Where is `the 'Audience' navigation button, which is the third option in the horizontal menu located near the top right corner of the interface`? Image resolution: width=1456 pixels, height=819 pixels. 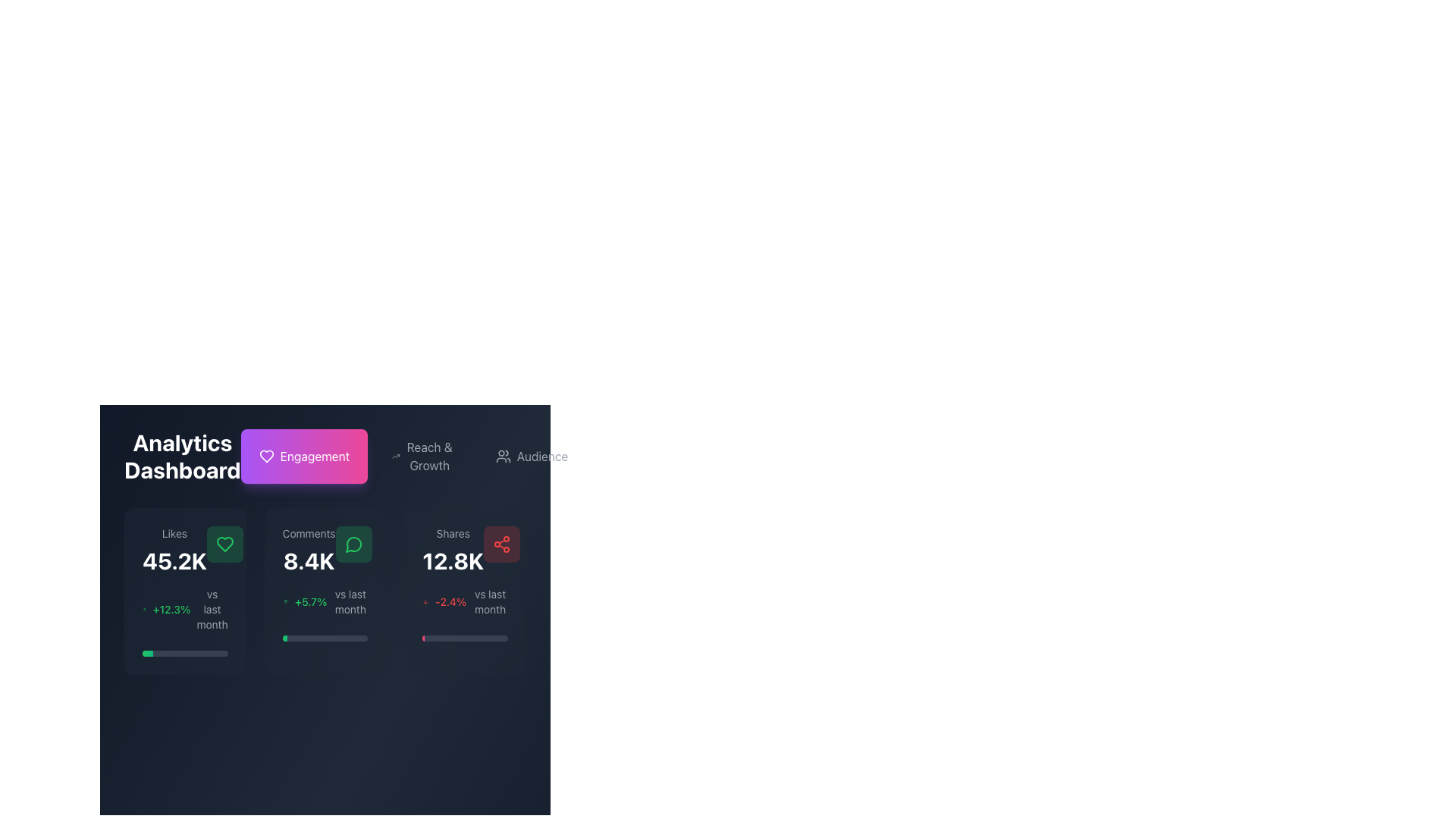 the 'Audience' navigation button, which is the third option in the horizontal menu located near the top right corner of the interface is located at coordinates (532, 455).